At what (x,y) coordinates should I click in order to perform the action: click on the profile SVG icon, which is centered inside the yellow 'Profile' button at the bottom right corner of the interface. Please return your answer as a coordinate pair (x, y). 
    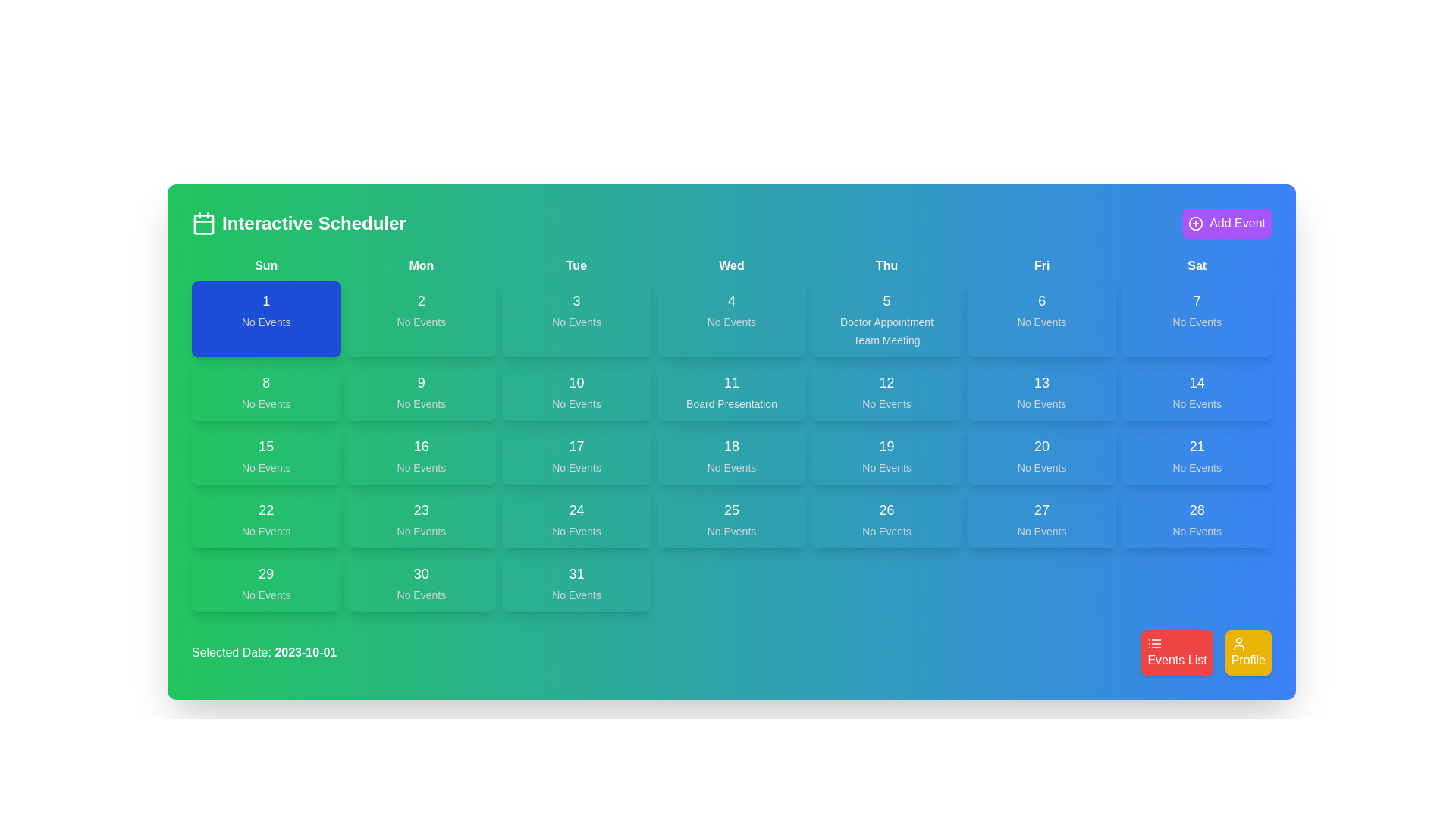
    Looking at the image, I should click on (1238, 643).